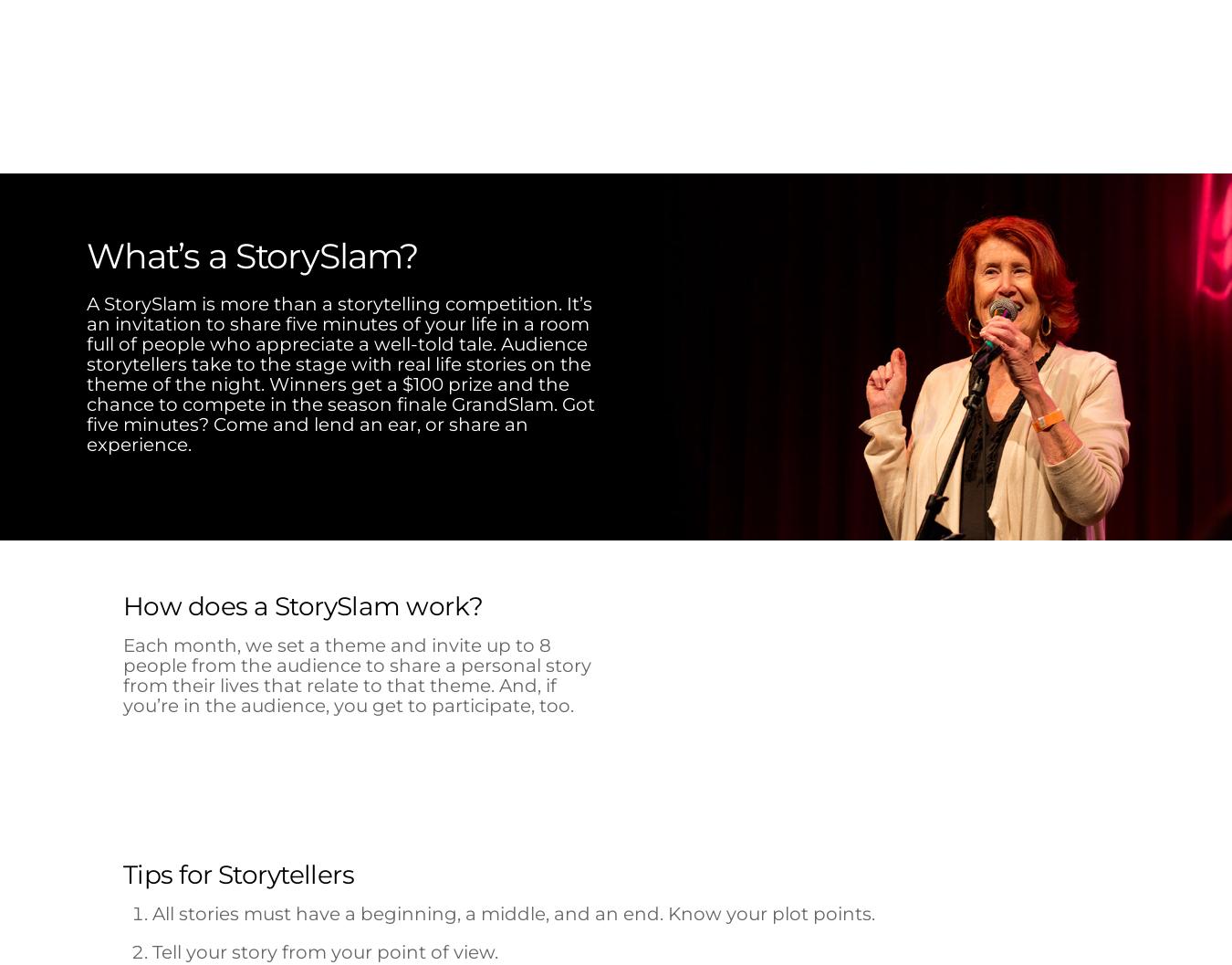 Image resolution: width=1232 pixels, height=965 pixels. Describe the element at coordinates (151, 488) in the screenshot. I see `'Plot –'` at that location.